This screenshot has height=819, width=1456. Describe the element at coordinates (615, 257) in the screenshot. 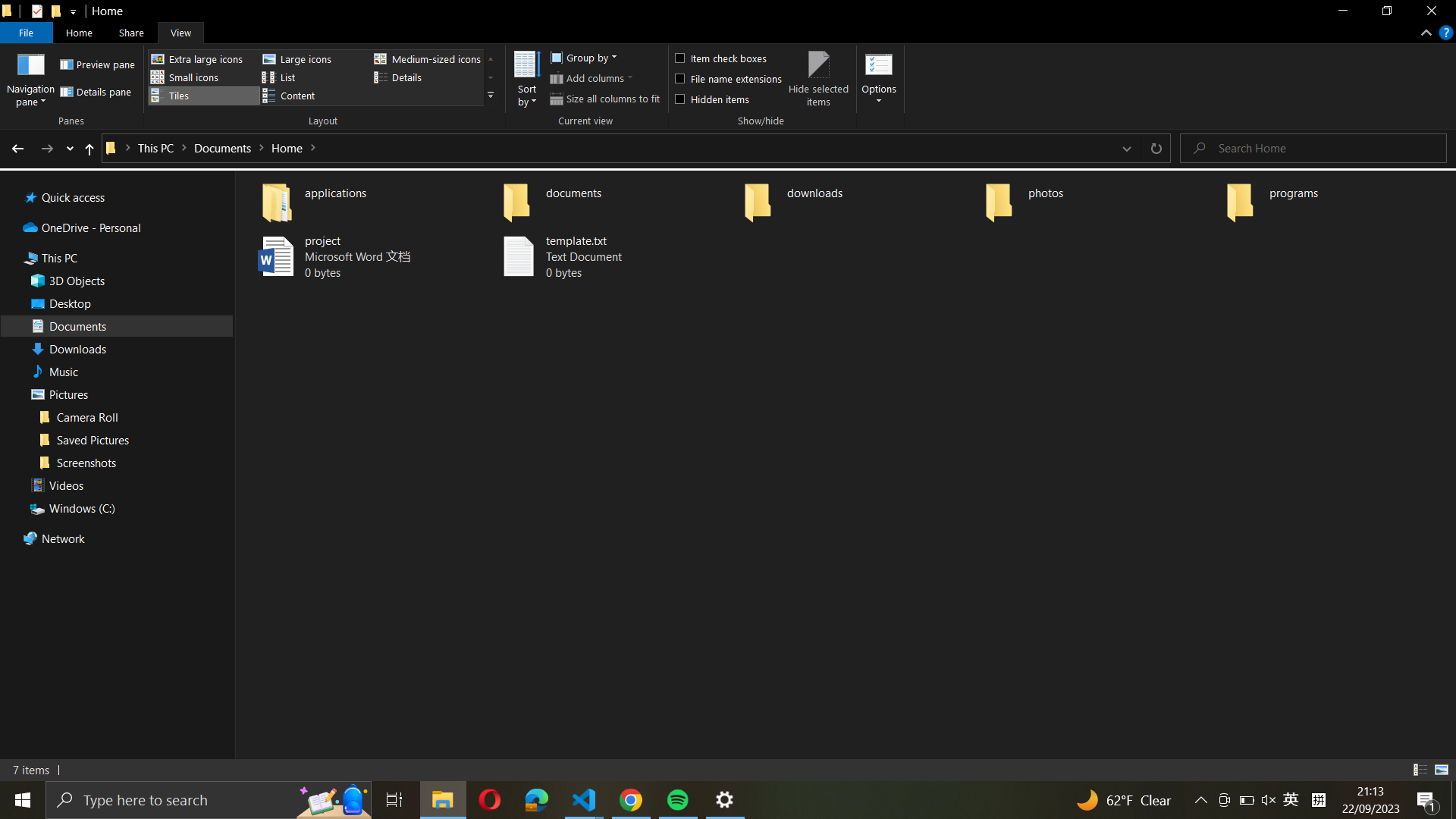

I see `Transfer the file named "template.txt" into the "documents" folder making use of only keyboard hotkeys` at that location.